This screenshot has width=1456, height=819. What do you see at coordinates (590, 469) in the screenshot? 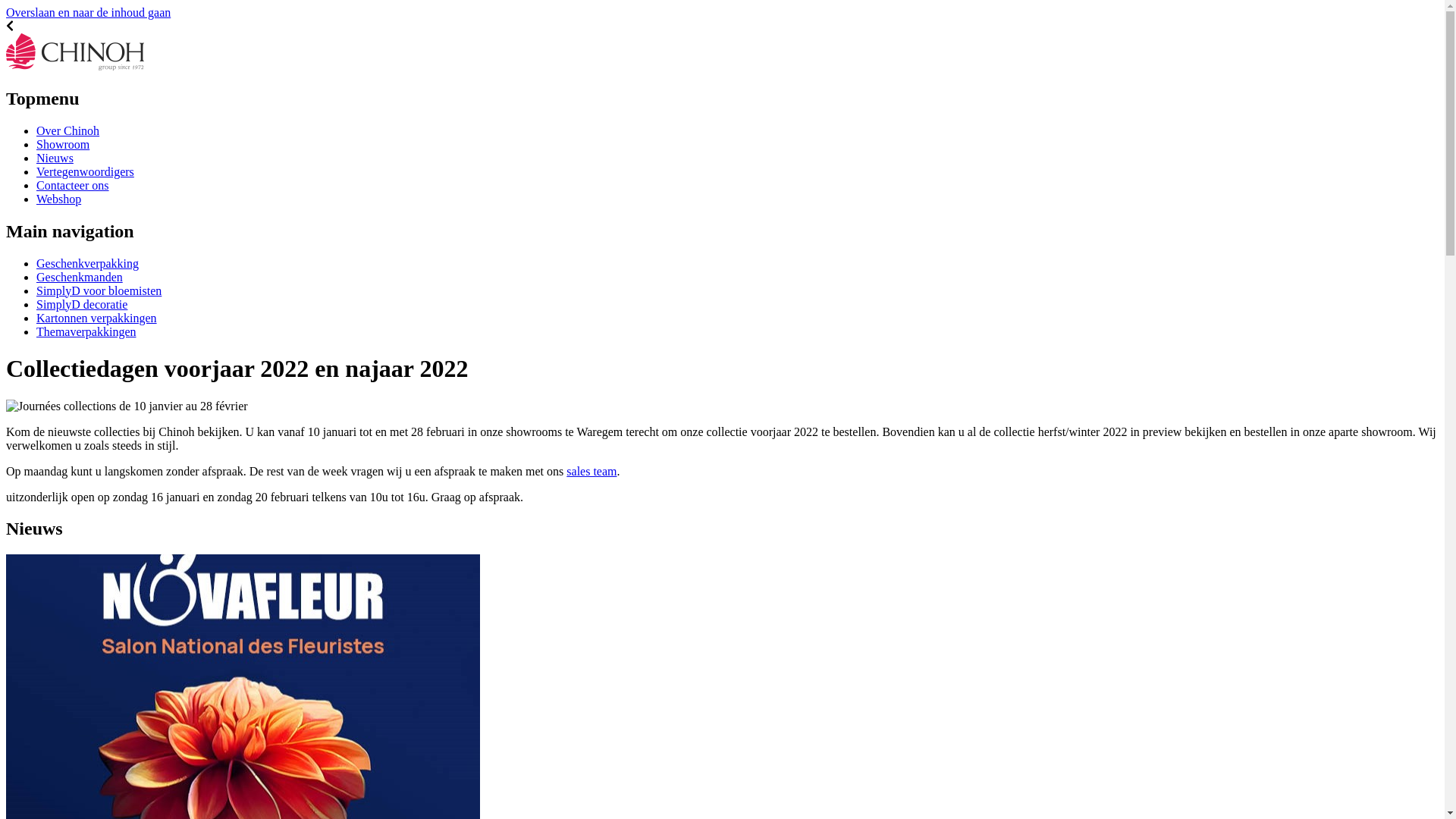
I see `'sales team'` at bounding box center [590, 469].